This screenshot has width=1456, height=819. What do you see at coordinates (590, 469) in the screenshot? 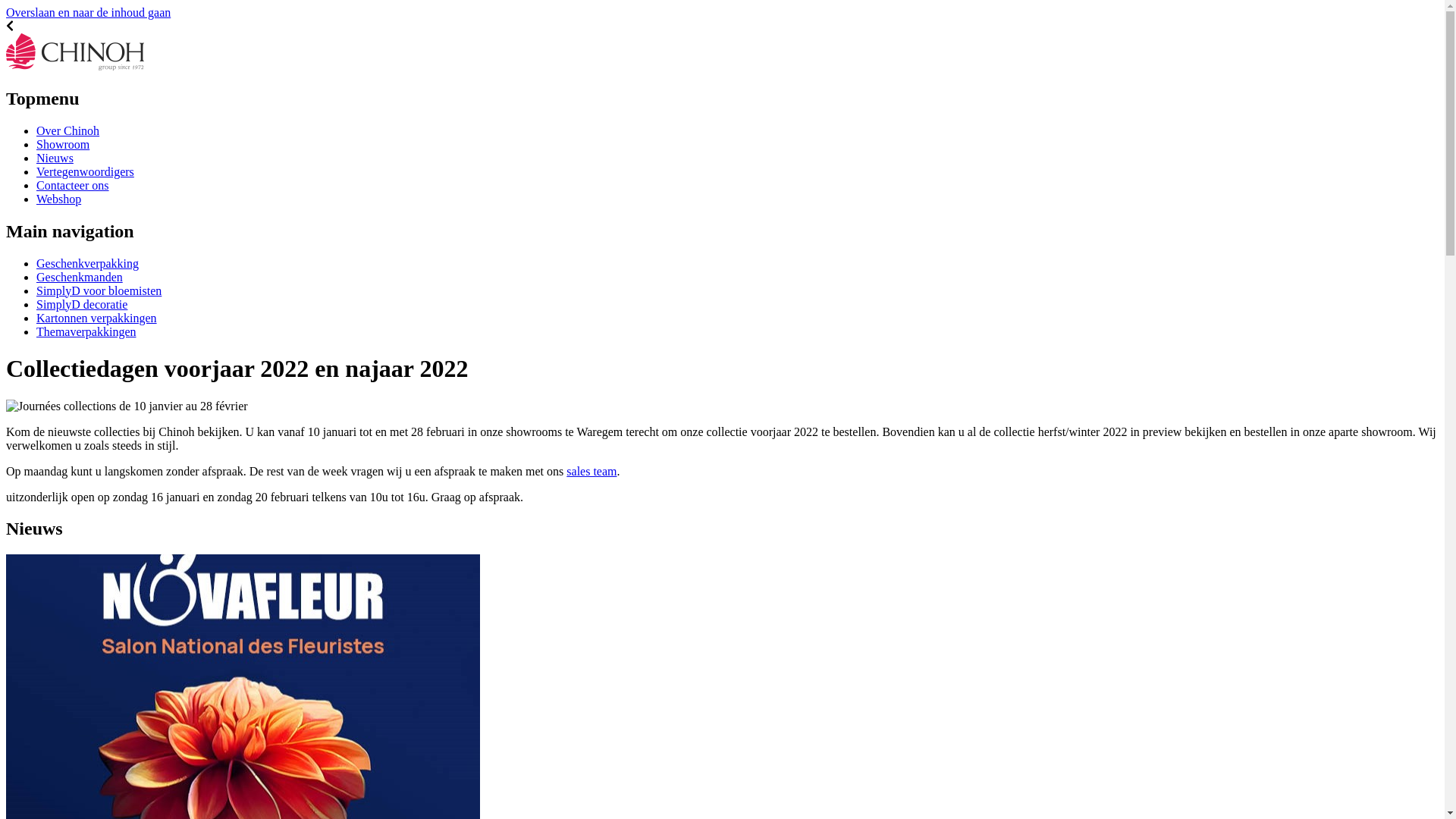
I see `'sales team'` at bounding box center [590, 469].